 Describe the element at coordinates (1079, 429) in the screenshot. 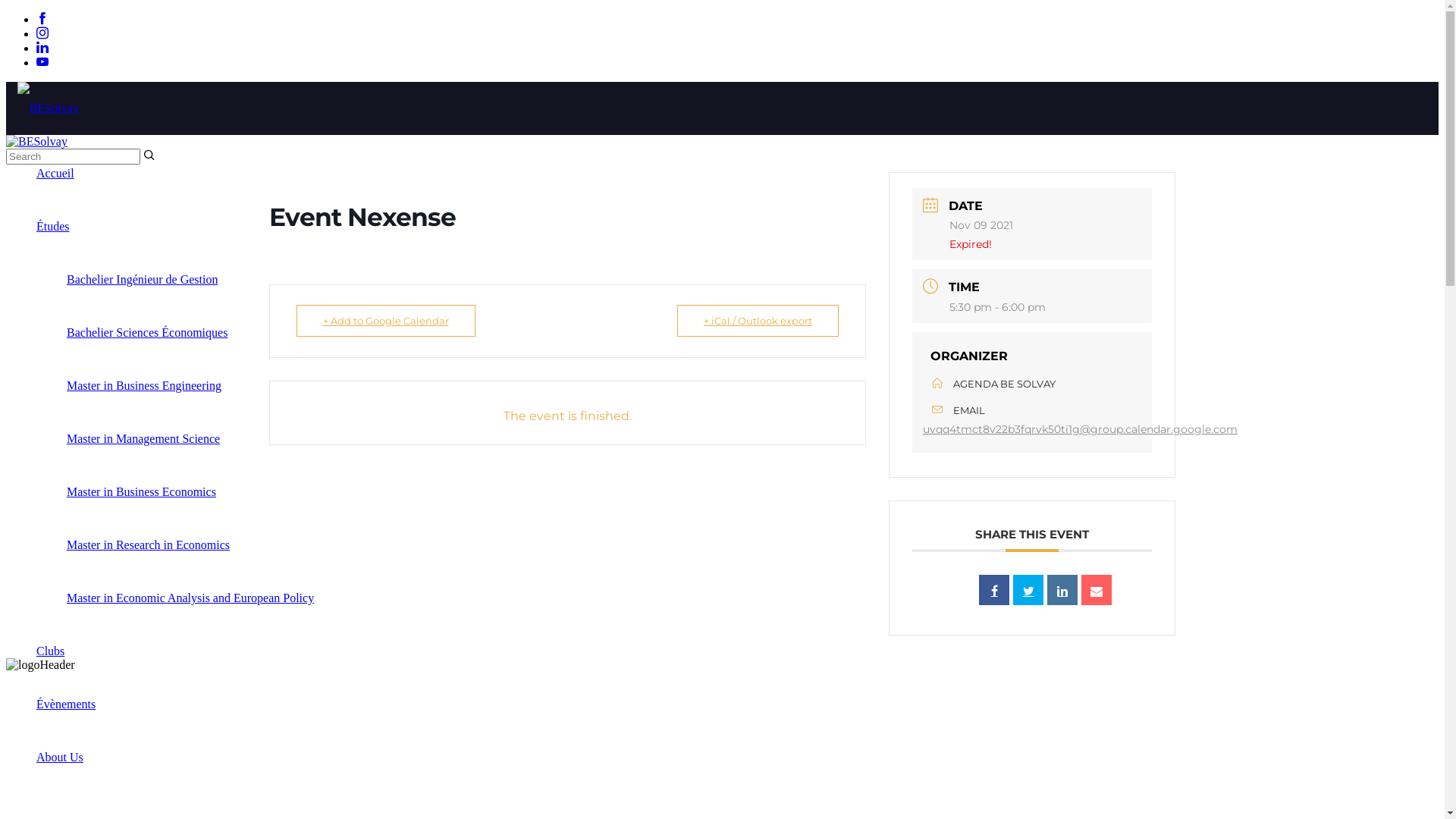

I see `'uvqq4tmct8v22b3fqrvk50ti1g@group.calendar.google.com'` at that location.